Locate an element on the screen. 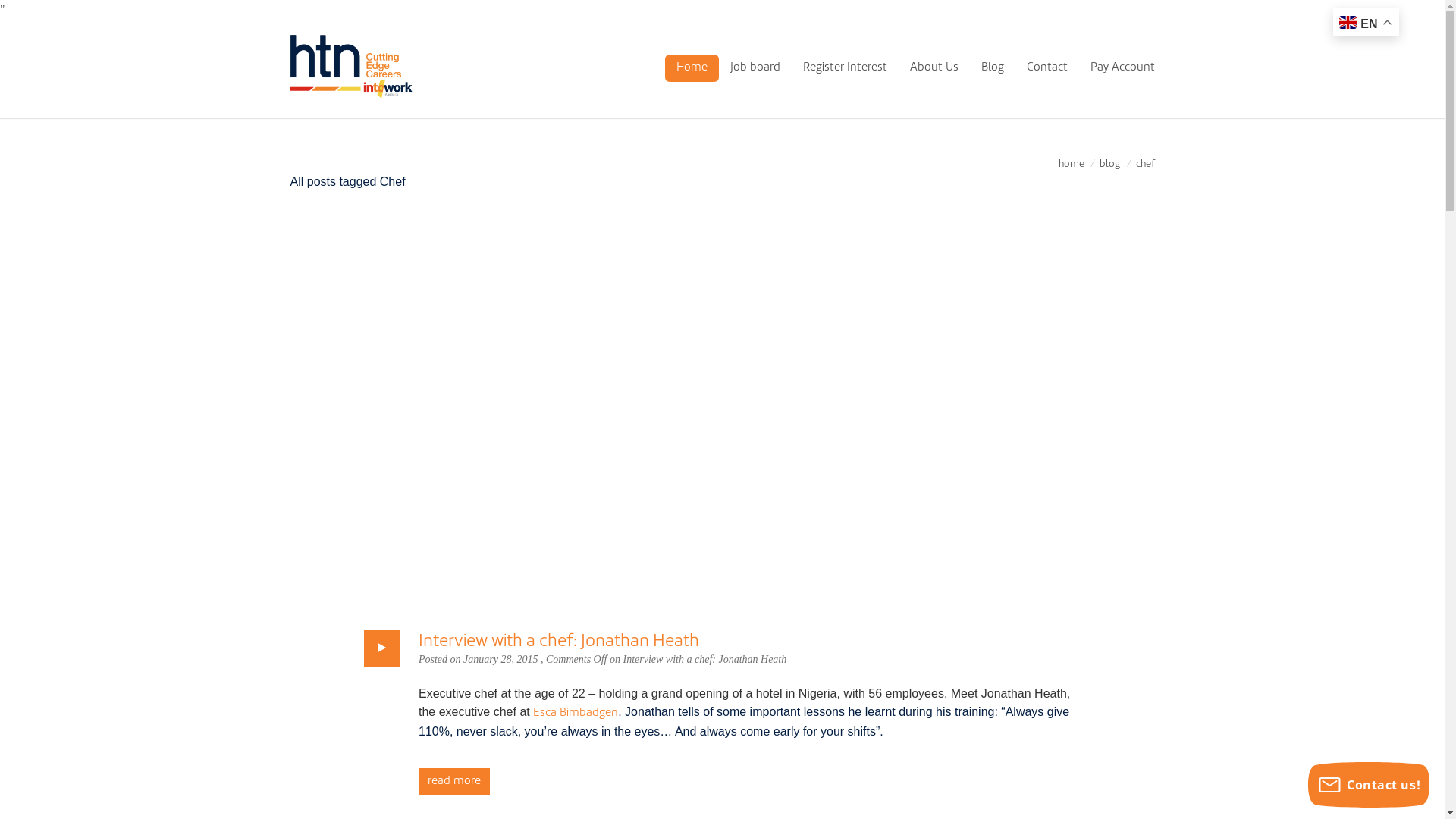 The height and width of the screenshot is (819, 1456). 'About Us' is located at coordinates (932, 67).